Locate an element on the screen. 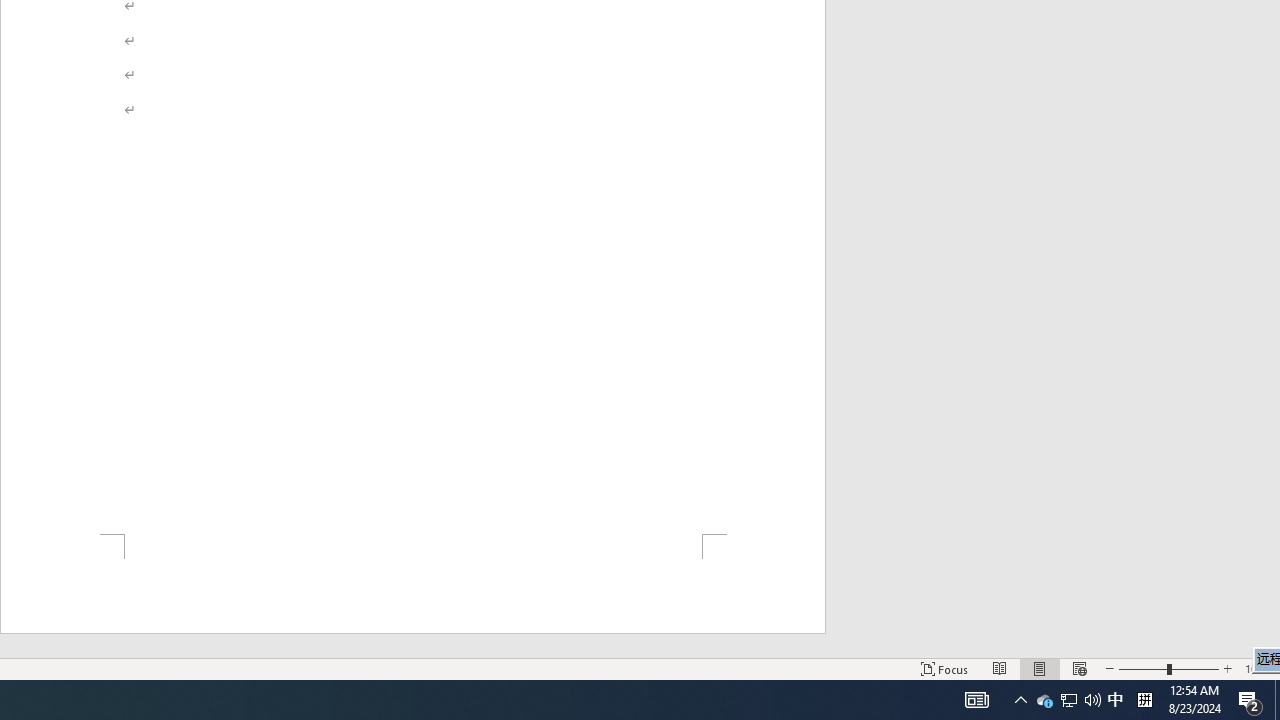  'Zoom 104%' is located at coordinates (1257, 669).